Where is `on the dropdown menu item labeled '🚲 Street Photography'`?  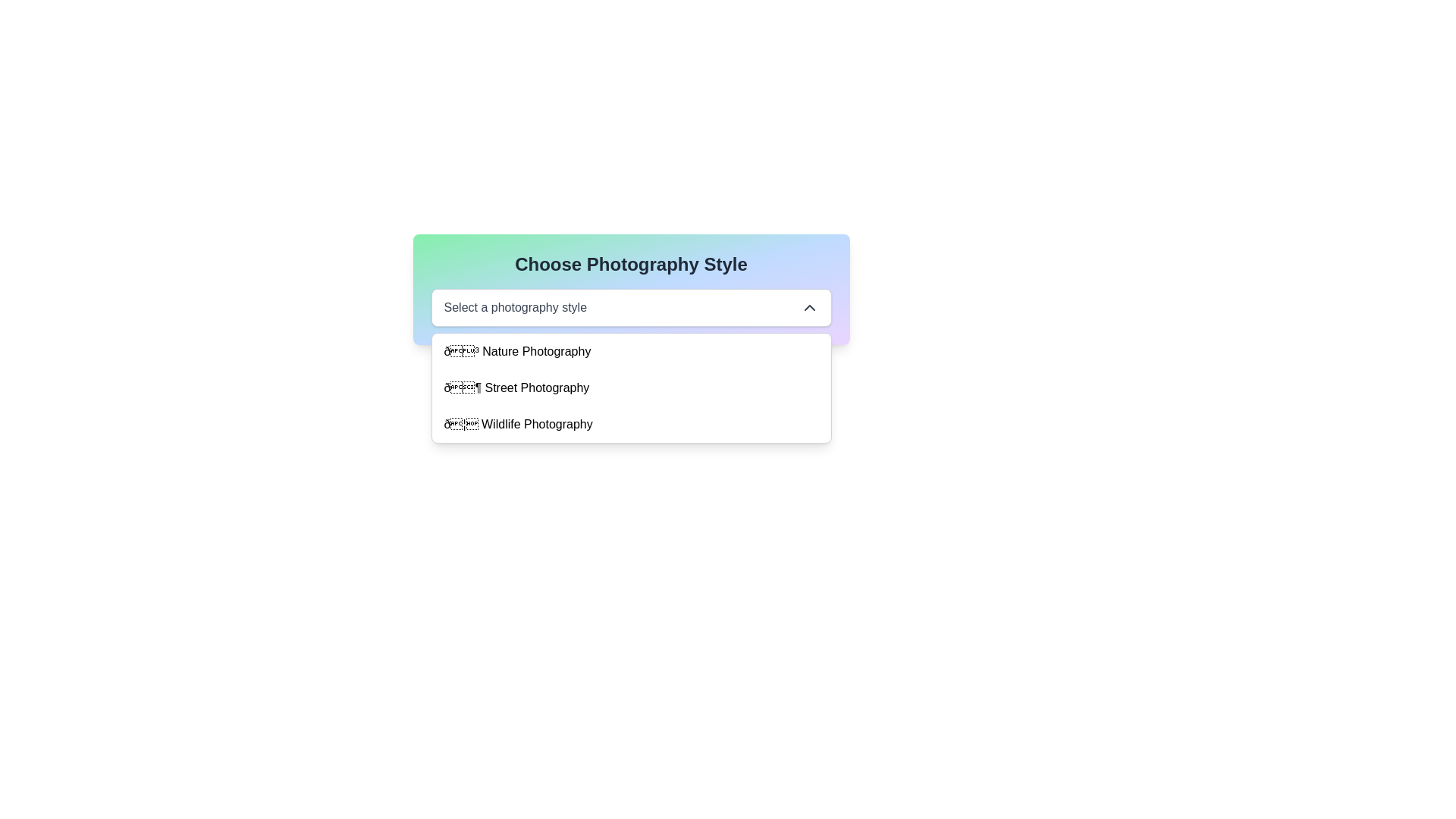 on the dropdown menu item labeled '🚲 Street Photography' is located at coordinates (631, 388).